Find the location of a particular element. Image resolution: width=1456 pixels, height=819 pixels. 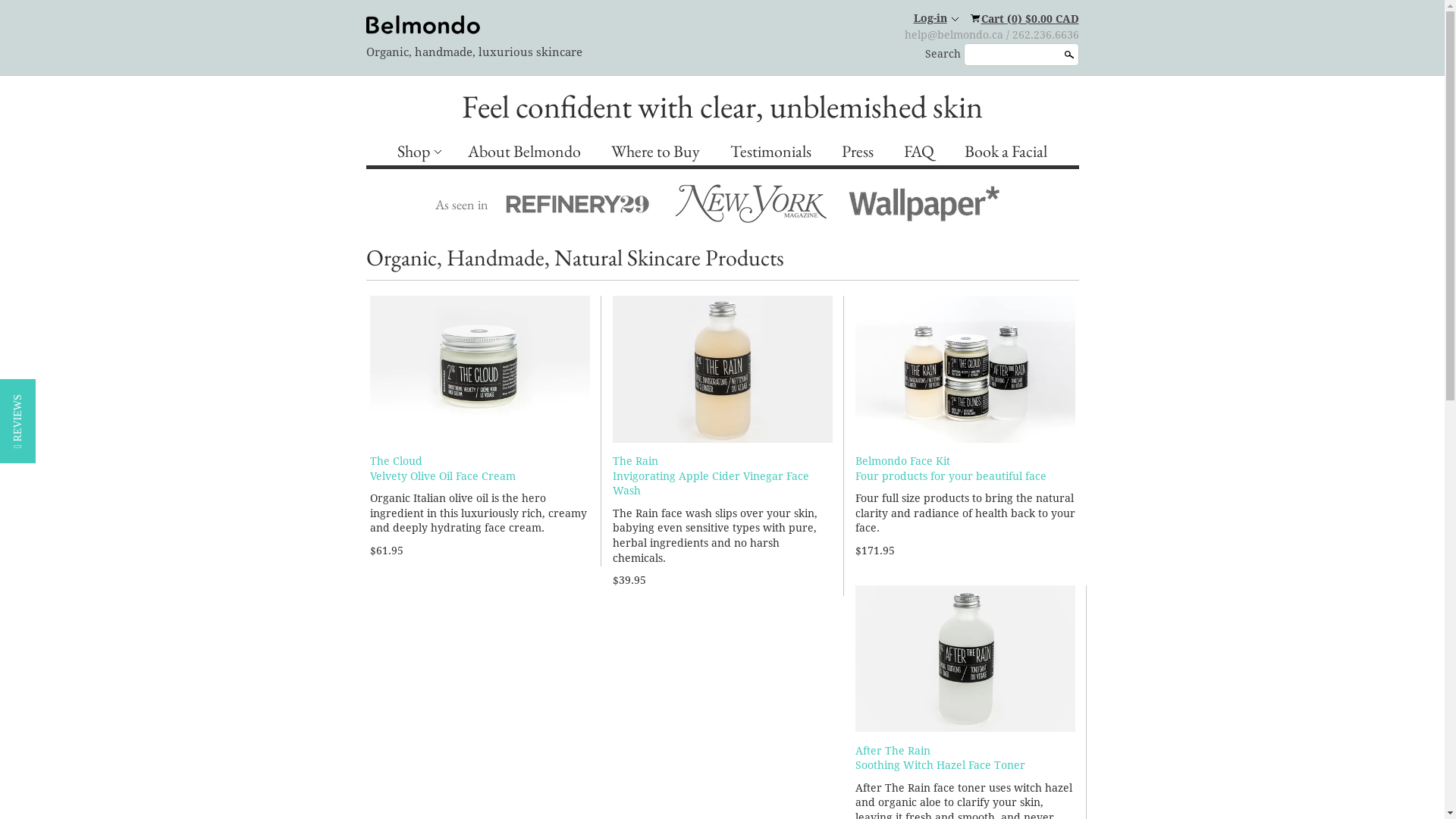

'Soothing Witch Hazel Face Toner' is located at coordinates (939, 765).